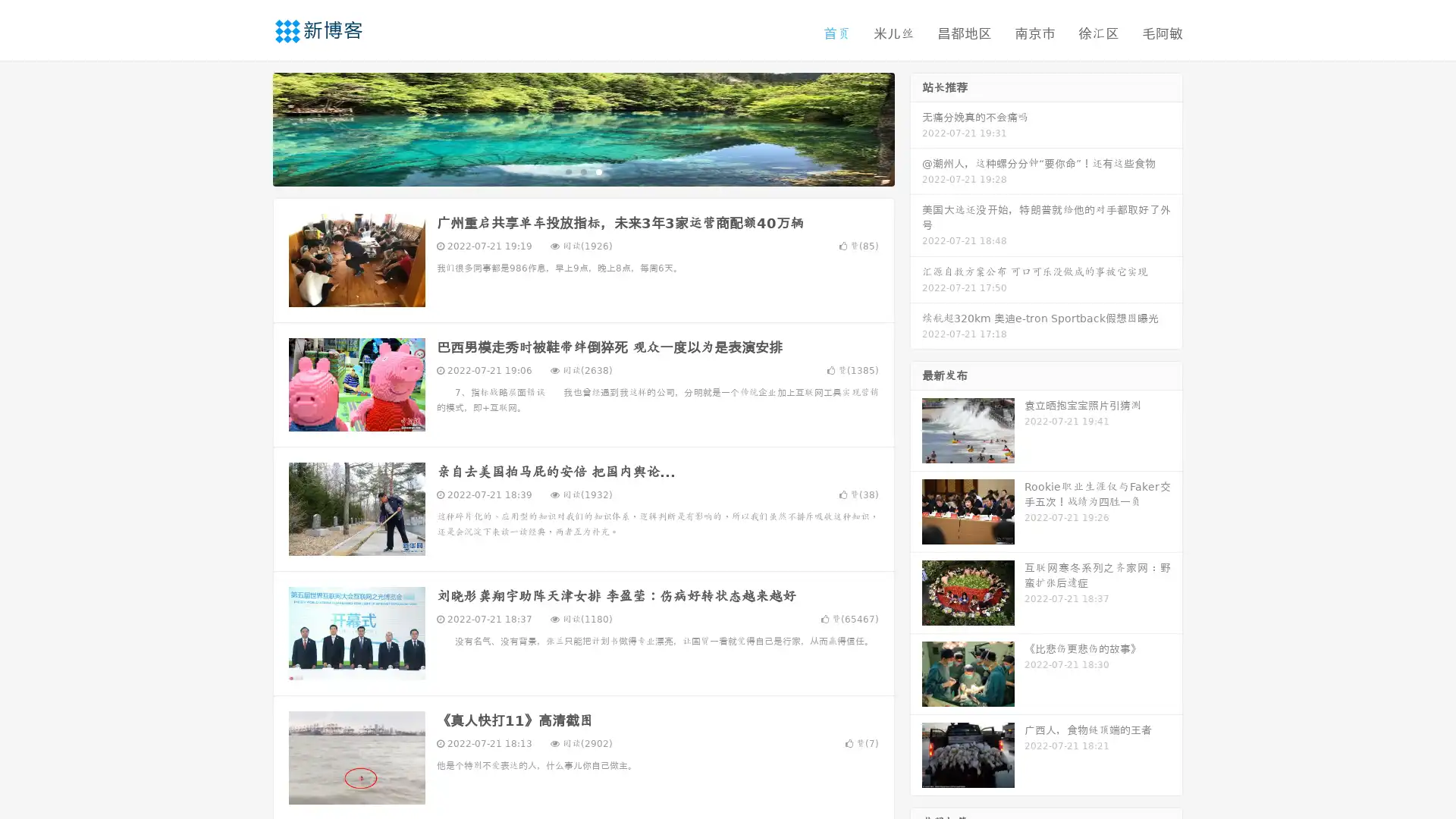  What do you see at coordinates (567, 171) in the screenshot?
I see `Go to slide 1` at bounding box center [567, 171].